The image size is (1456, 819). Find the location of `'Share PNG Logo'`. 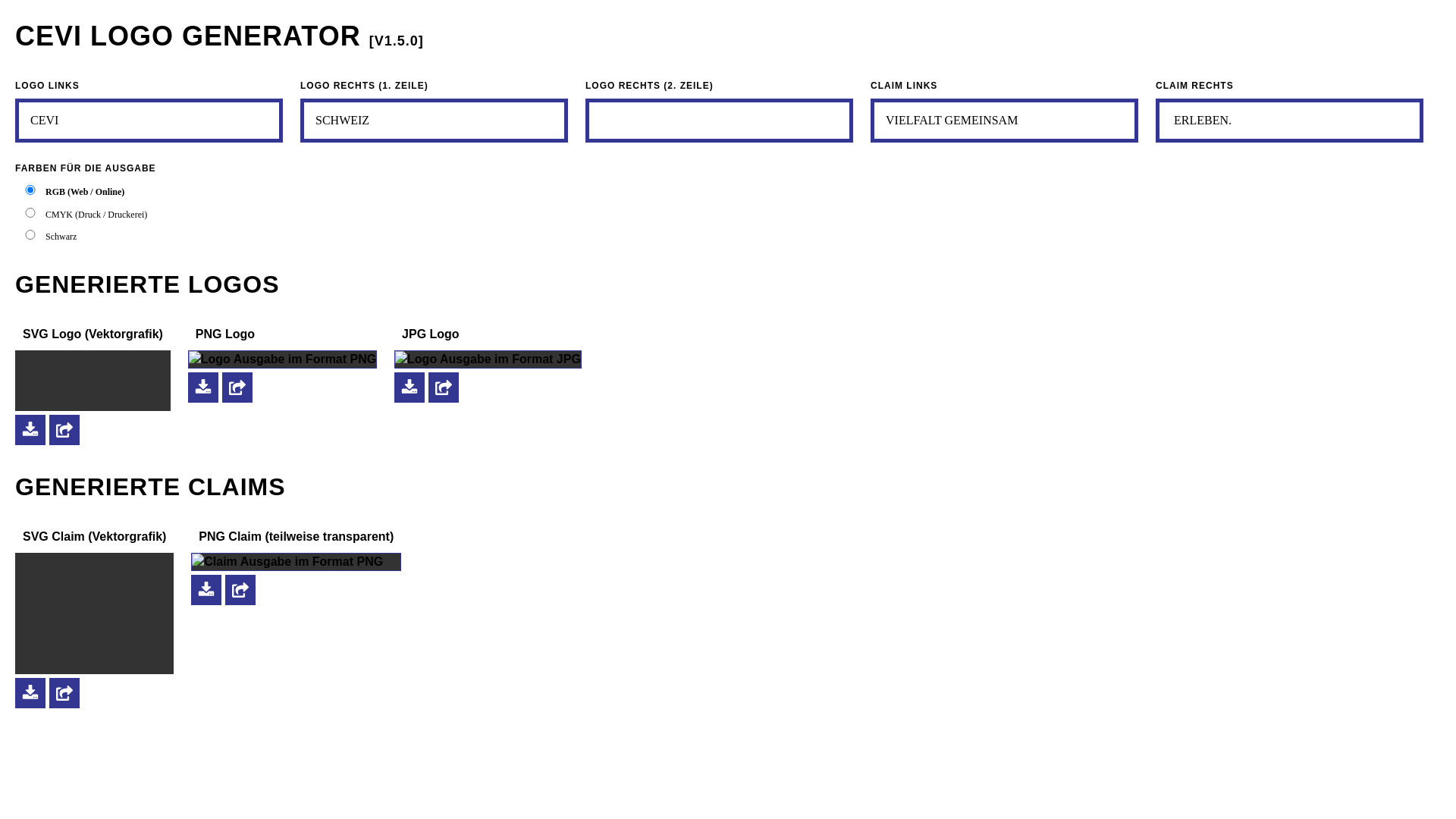

'Share PNG Logo' is located at coordinates (236, 385).